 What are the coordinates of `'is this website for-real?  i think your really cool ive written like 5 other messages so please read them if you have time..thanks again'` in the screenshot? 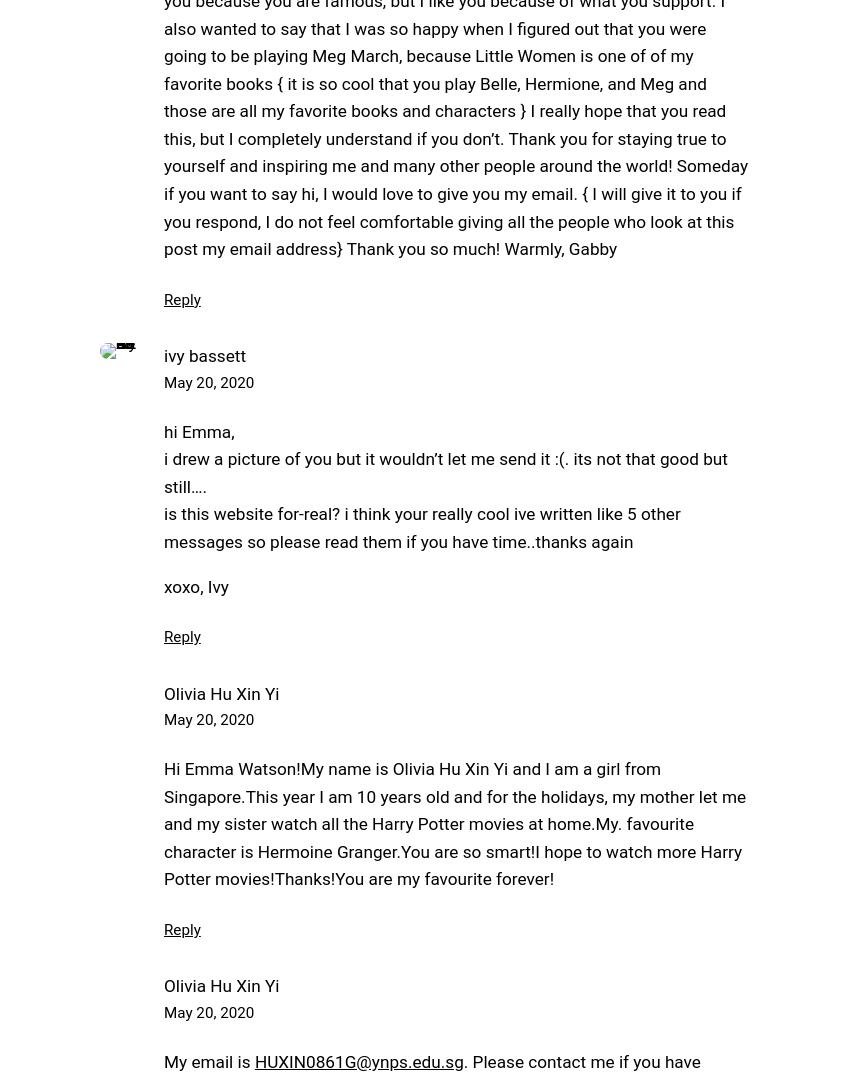 It's located at (422, 527).